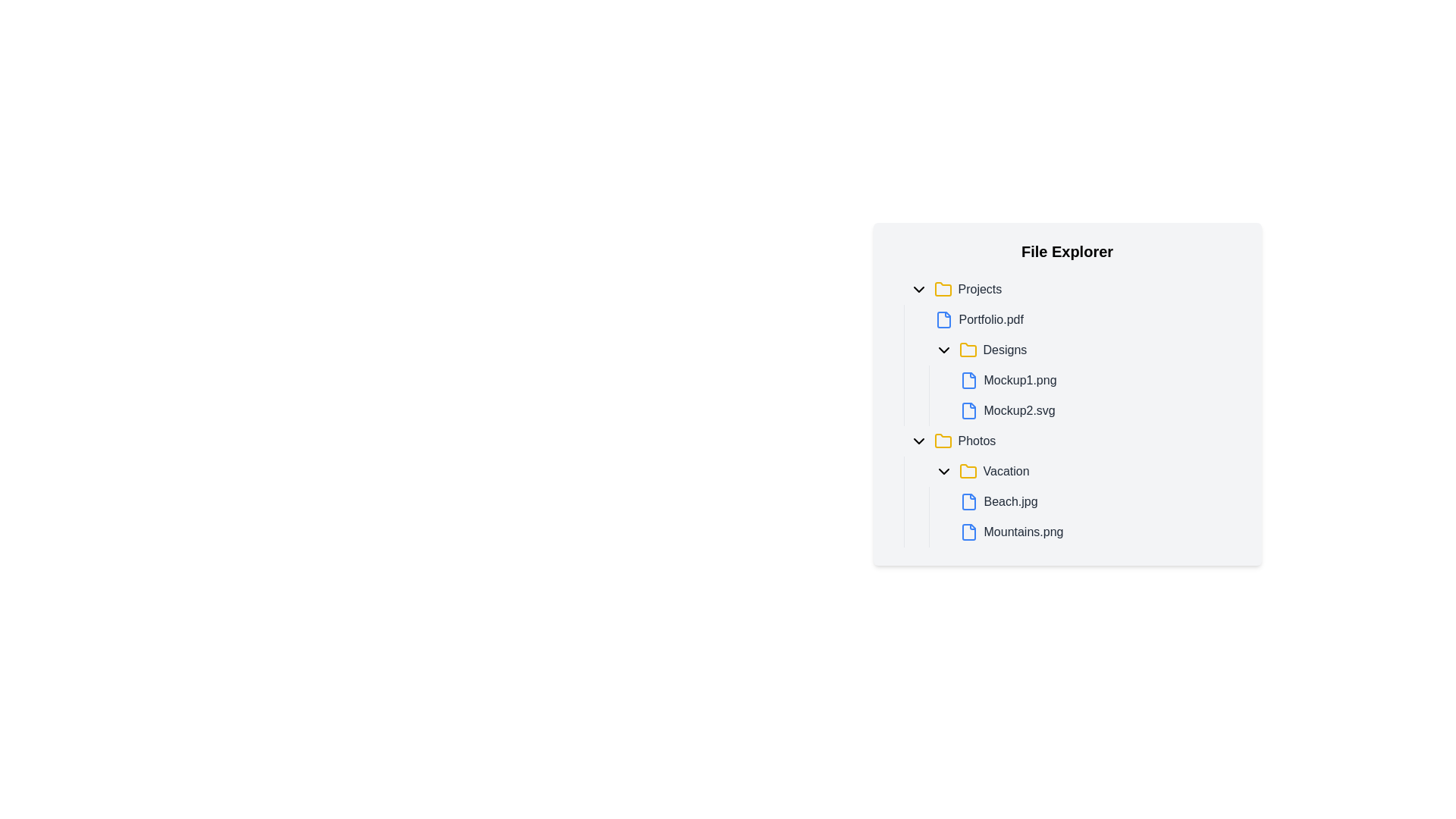  What do you see at coordinates (1072, 289) in the screenshot?
I see `the 'Projects' folder item at the top of the hierarchical list` at bounding box center [1072, 289].